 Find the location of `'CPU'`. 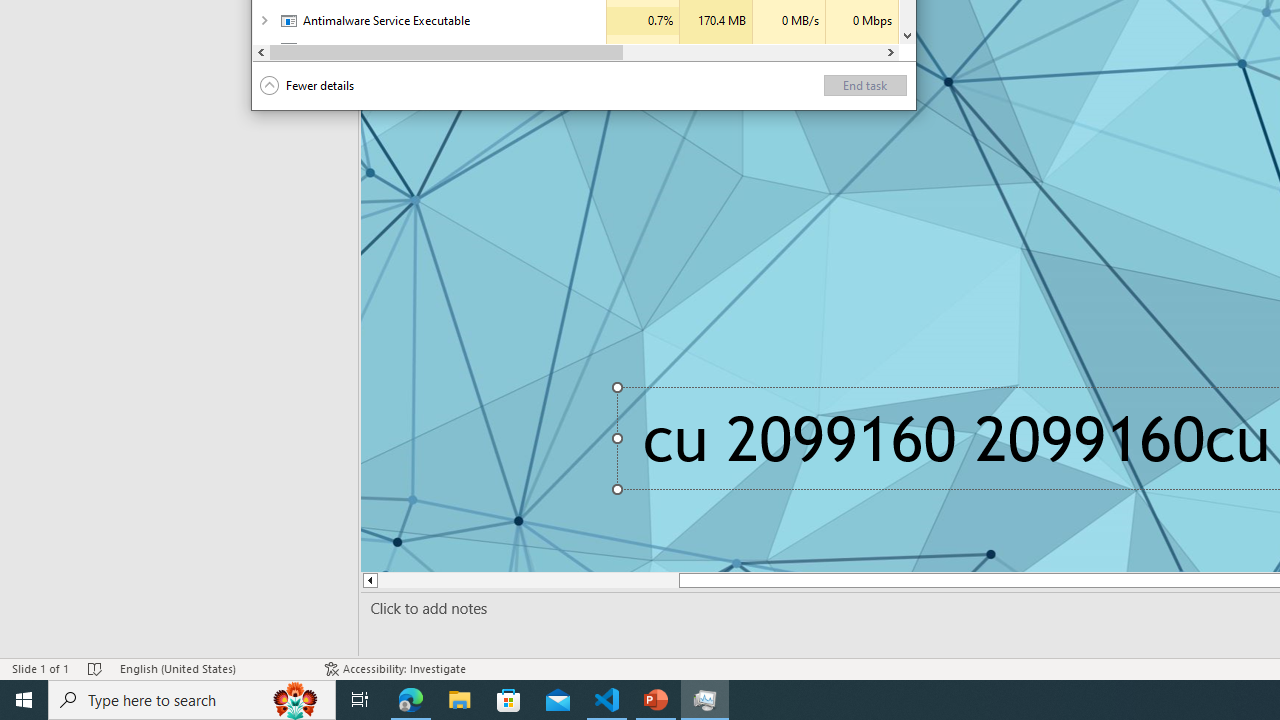

'CPU' is located at coordinates (643, 48).